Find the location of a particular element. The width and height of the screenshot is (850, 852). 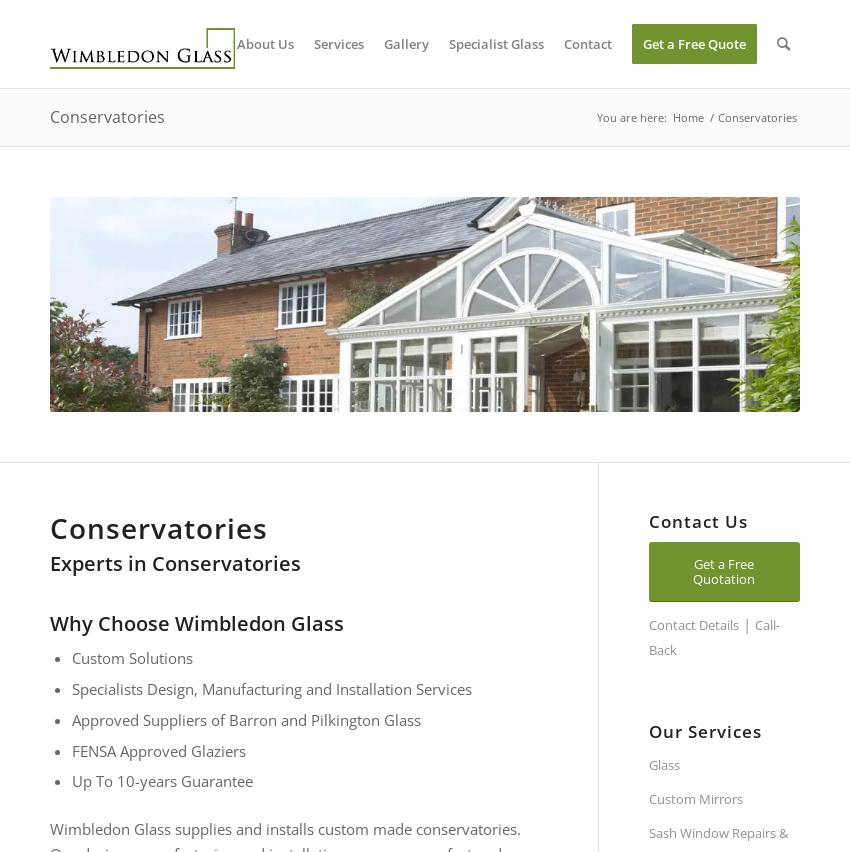

'Contact Us' is located at coordinates (648, 519).